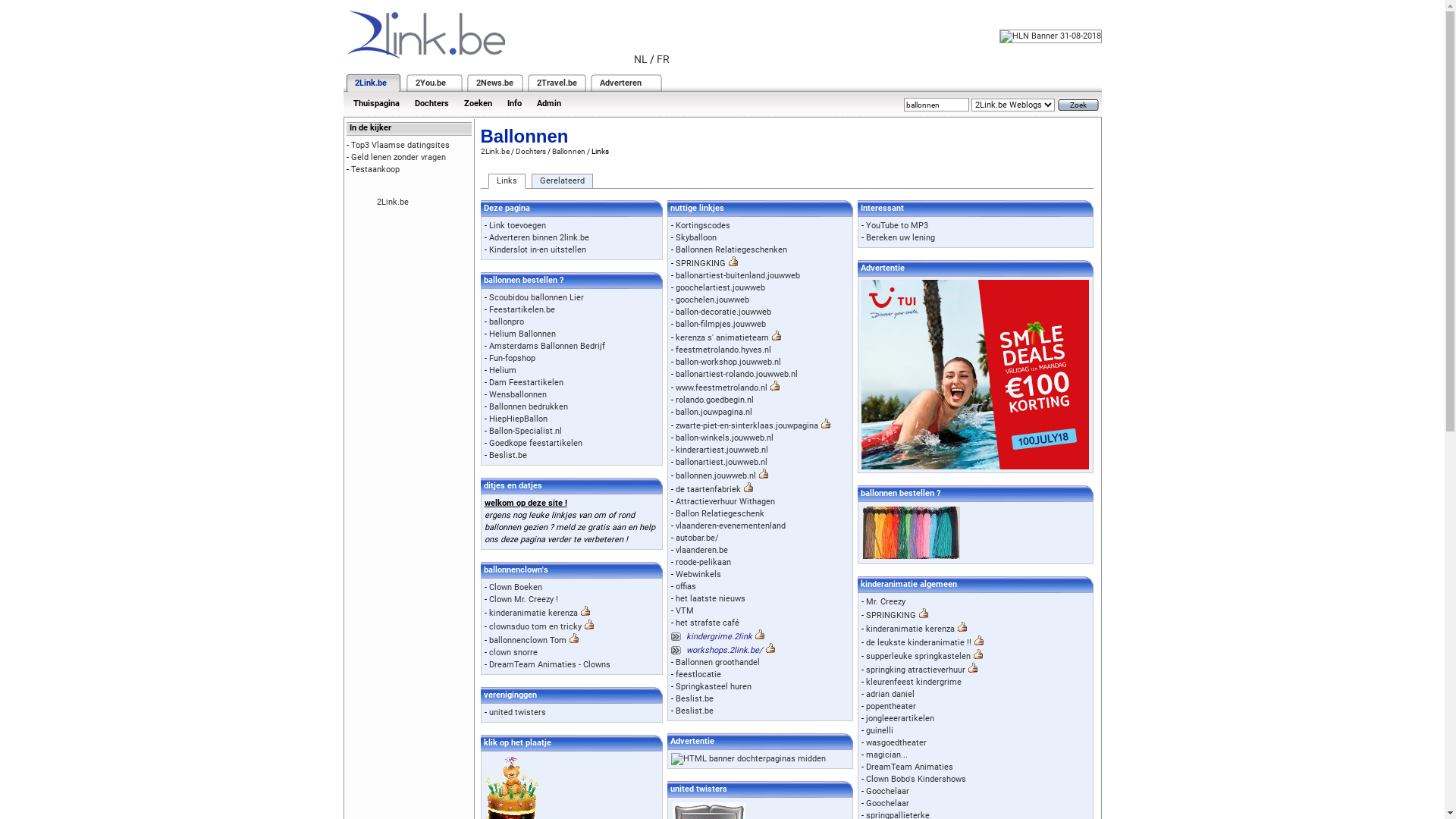  What do you see at coordinates (516, 225) in the screenshot?
I see `'Link toevoegen'` at bounding box center [516, 225].